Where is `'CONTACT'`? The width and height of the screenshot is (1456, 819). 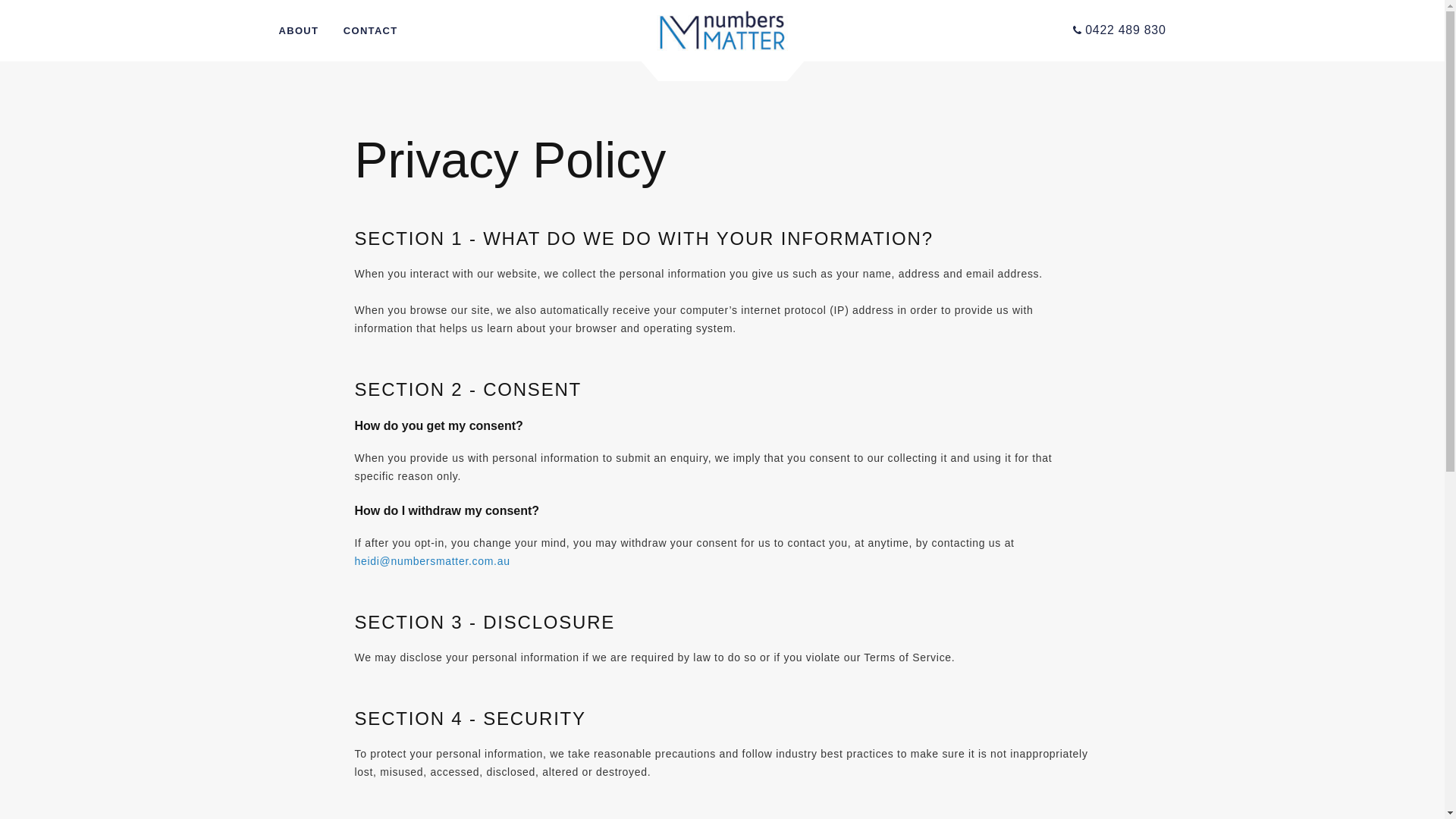 'CONTACT' is located at coordinates (371, 31).